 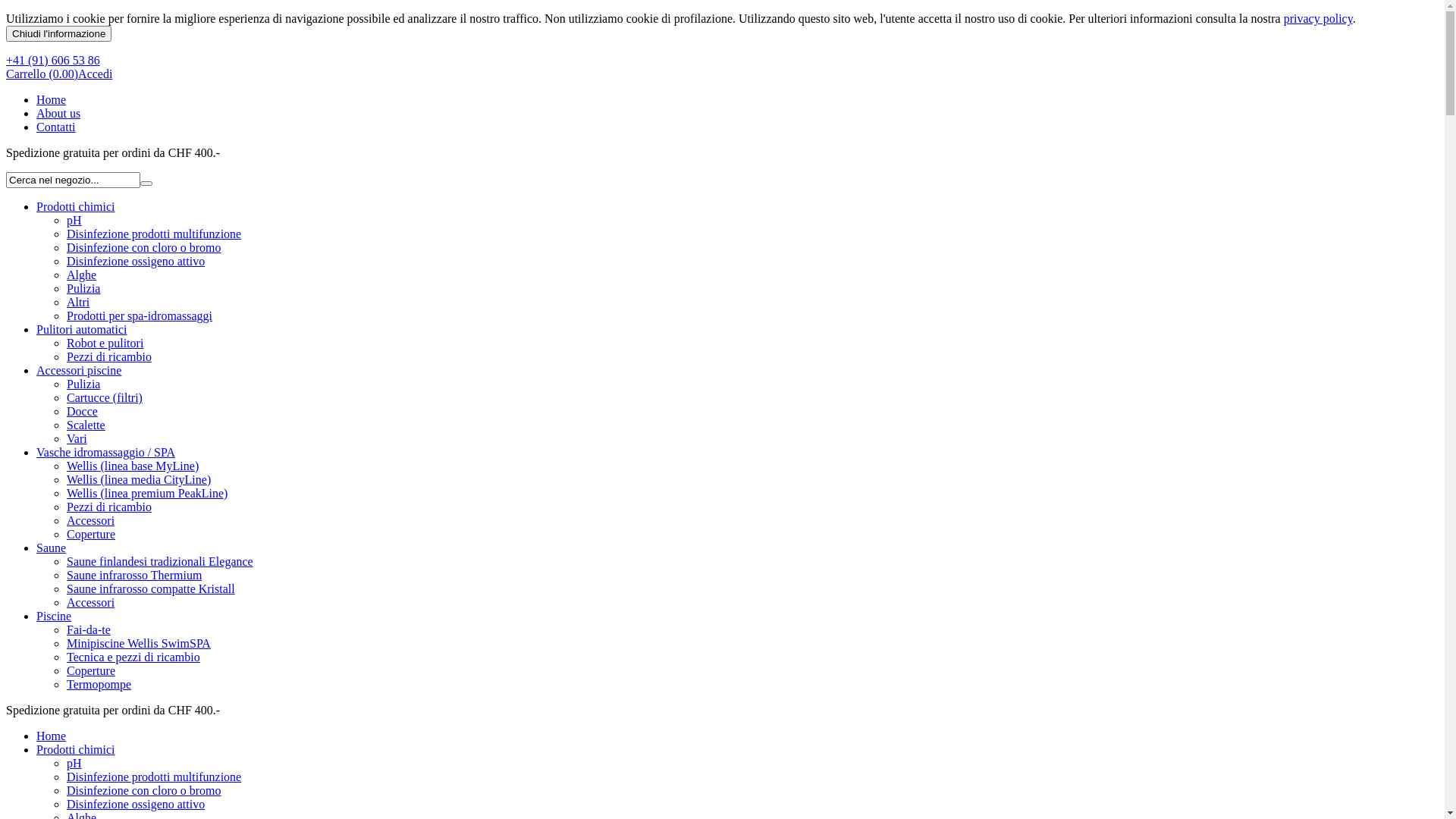 What do you see at coordinates (132, 465) in the screenshot?
I see `'Wellis (linea base MyLine)'` at bounding box center [132, 465].